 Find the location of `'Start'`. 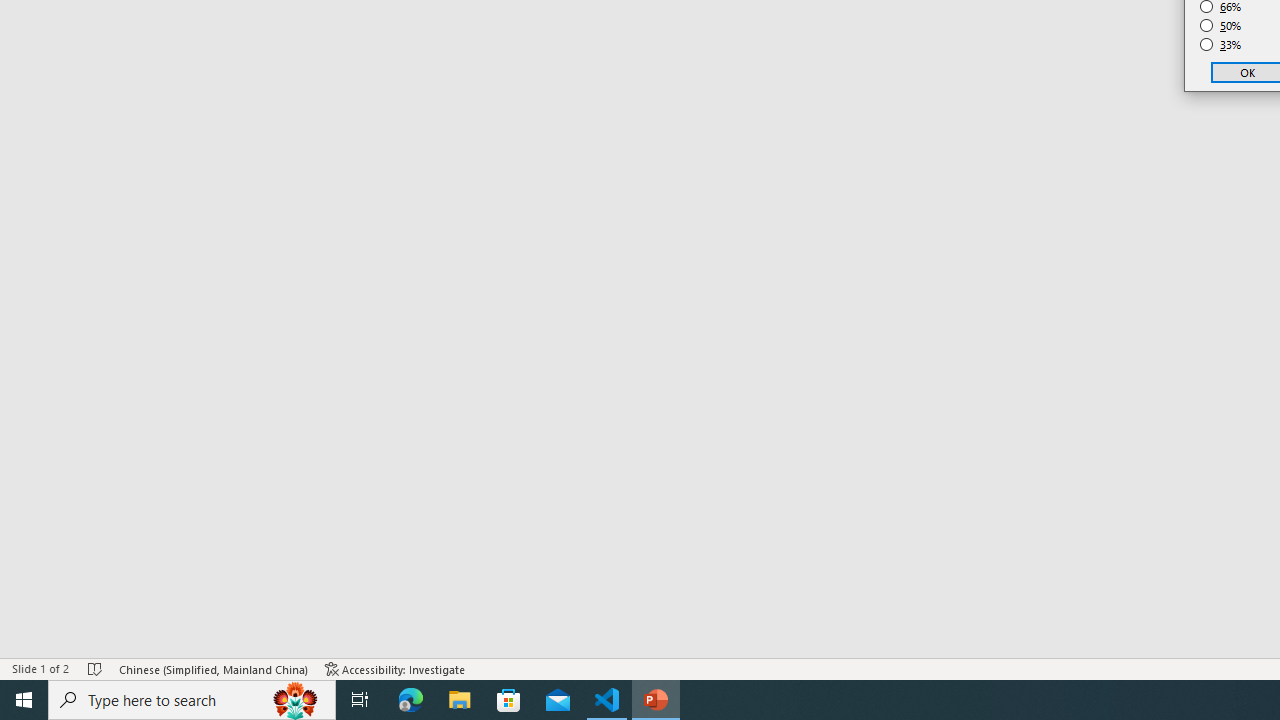

'Start' is located at coordinates (24, 698).